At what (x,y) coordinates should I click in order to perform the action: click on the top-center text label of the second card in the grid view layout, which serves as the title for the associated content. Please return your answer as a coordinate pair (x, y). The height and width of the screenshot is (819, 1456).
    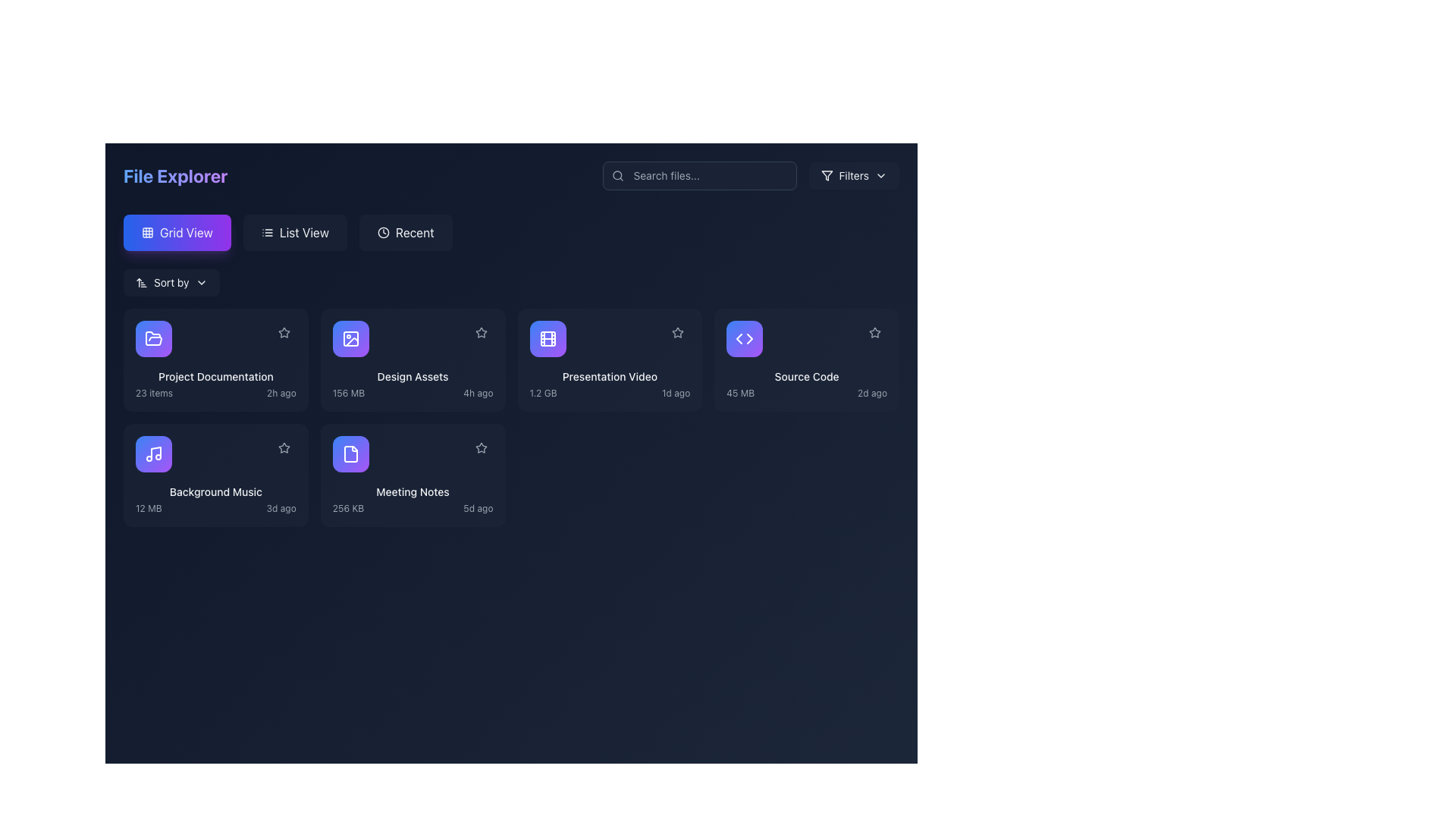
    Looking at the image, I should click on (413, 376).